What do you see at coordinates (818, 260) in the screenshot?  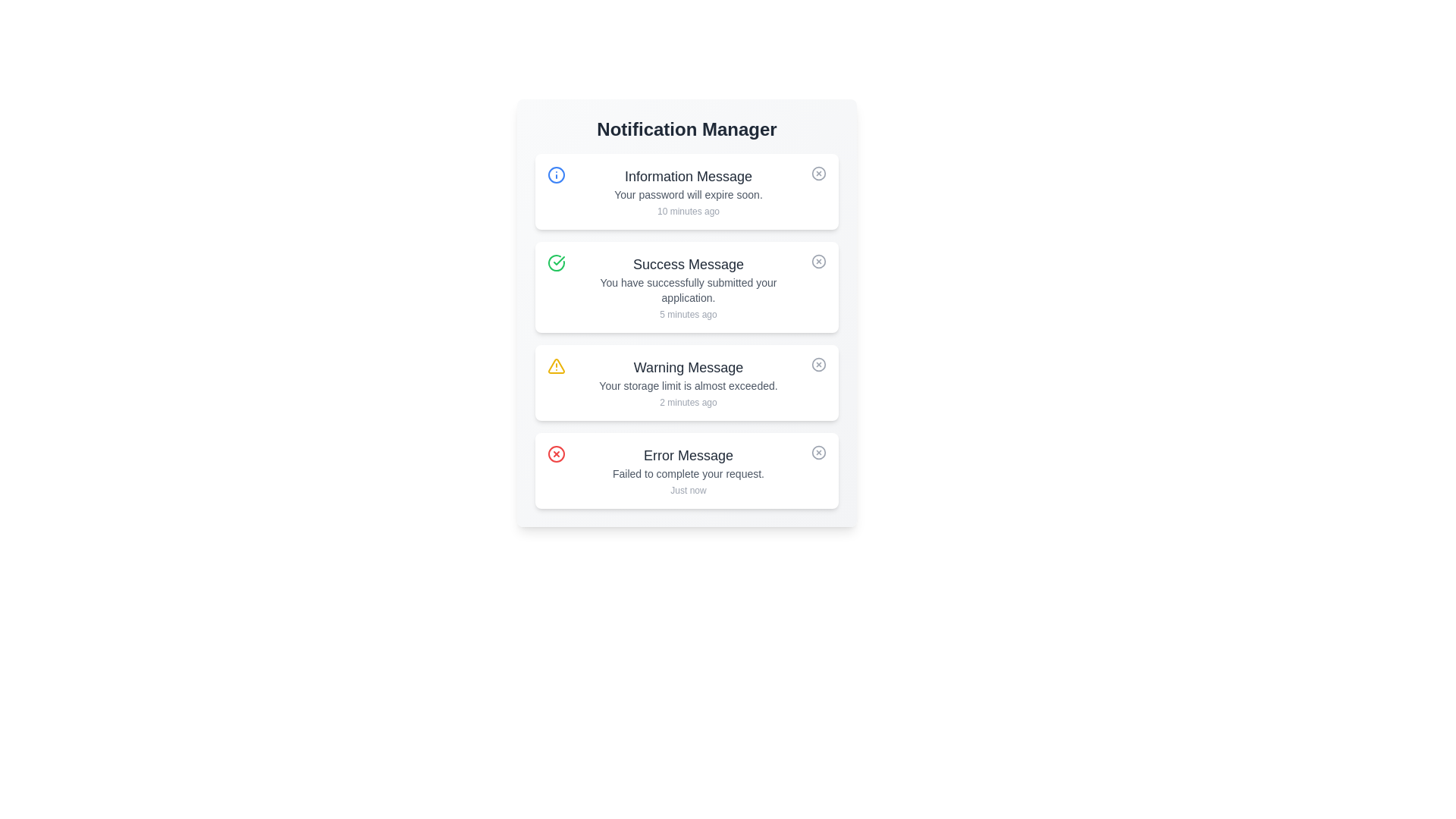 I see `the Close Button/Icon, which is a circular button with a cross symbol, positioned at the top-right corner of the 'Success Message' notification box, to change its color from light gray to red` at bounding box center [818, 260].